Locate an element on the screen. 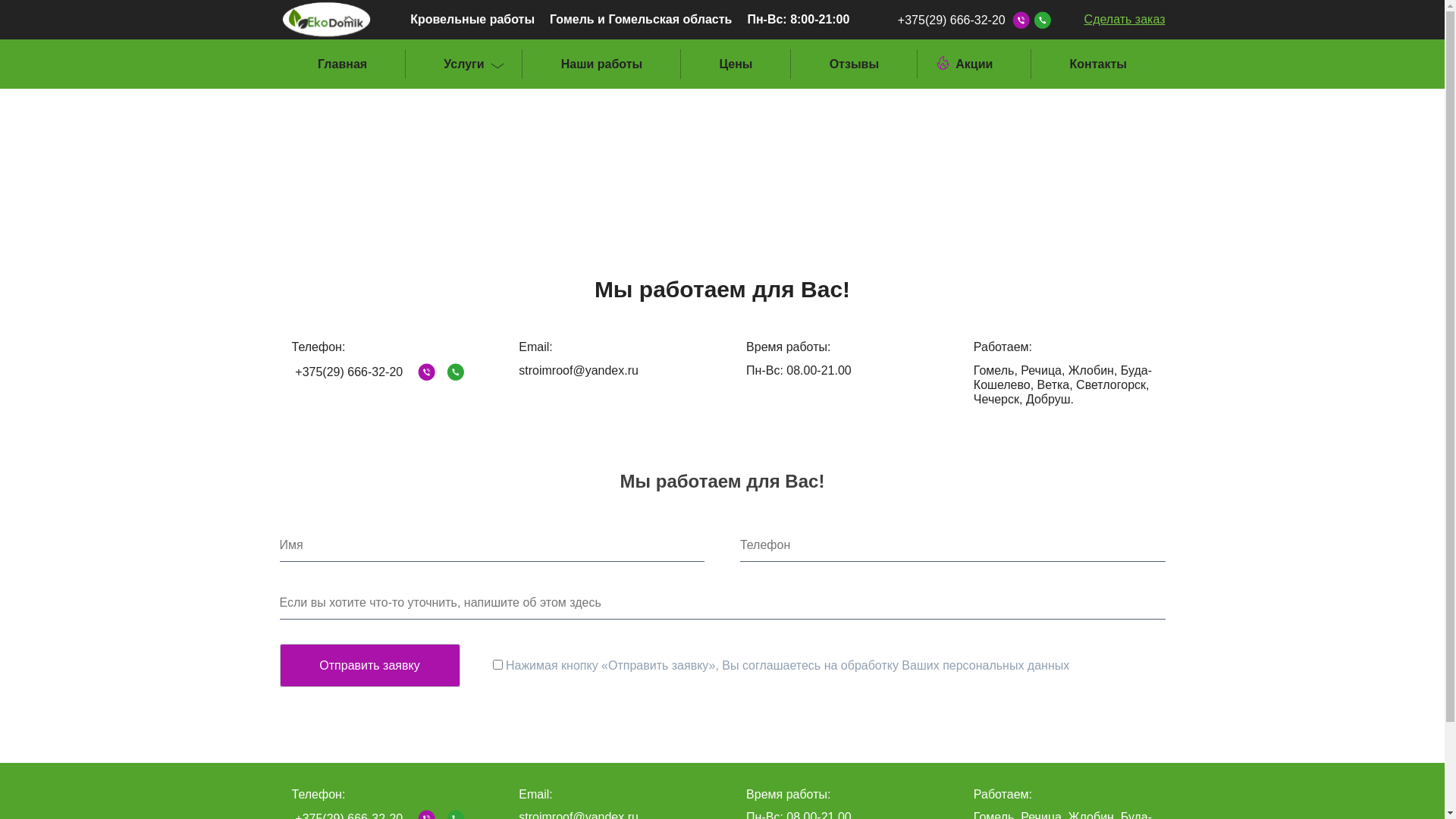 Image resolution: width=1456 pixels, height=819 pixels. '+375(29) 666-32-20' is located at coordinates (950, 19).